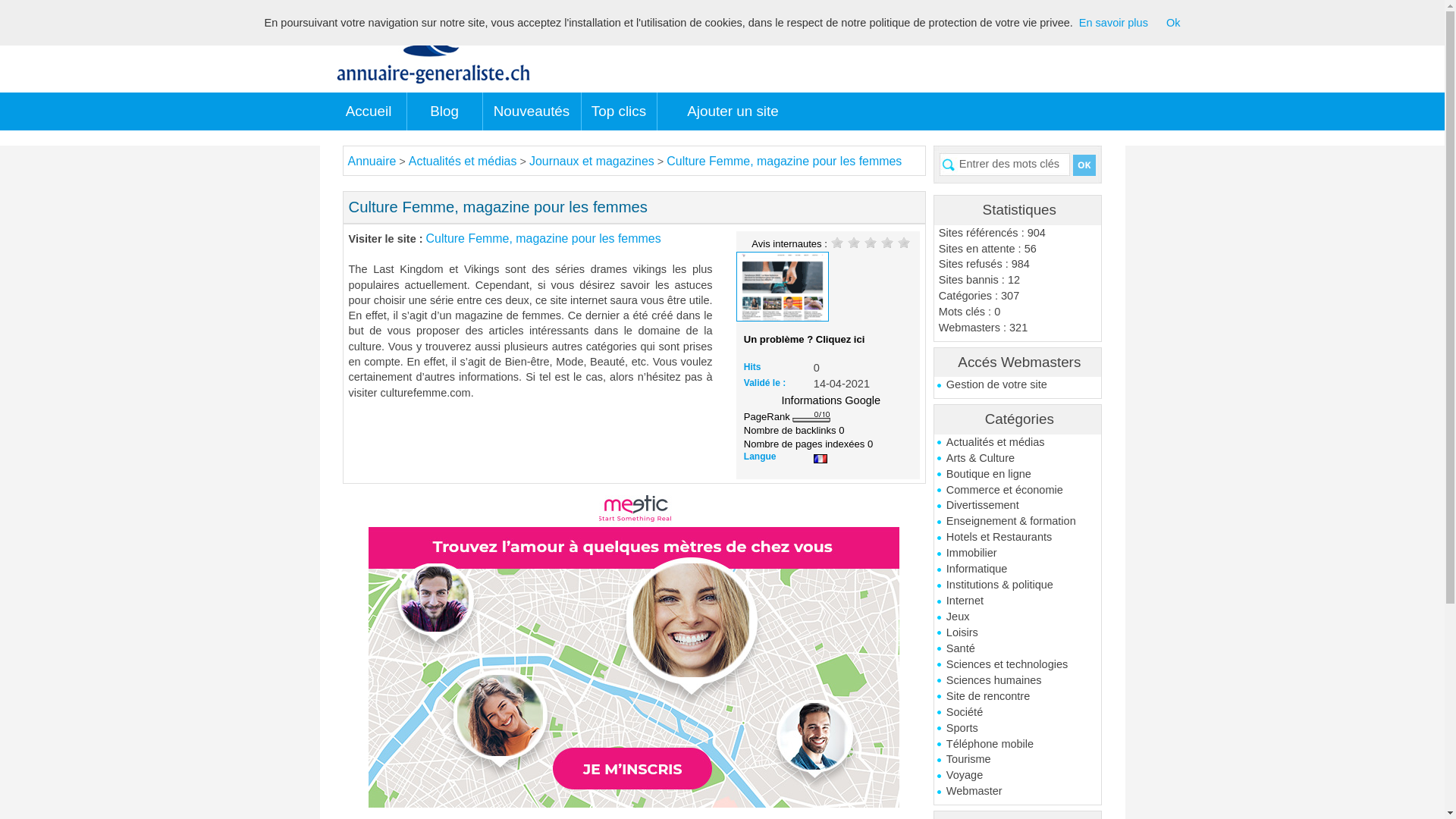  Describe the element at coordinates (1018, 775) in the screenshot. I see `'Voyage'` at that location.